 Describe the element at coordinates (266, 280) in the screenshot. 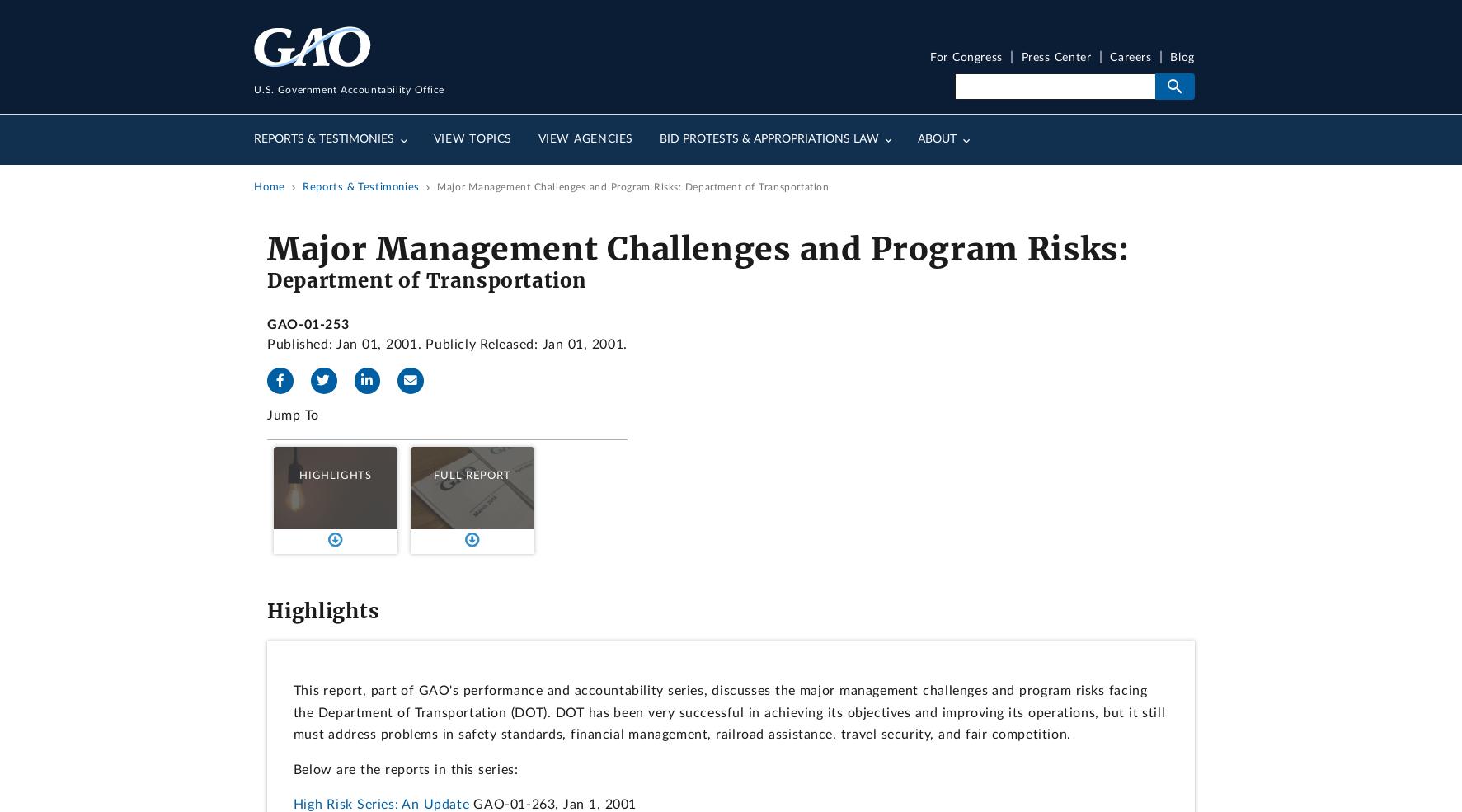

I see `'Department of Transportation'` at that location.